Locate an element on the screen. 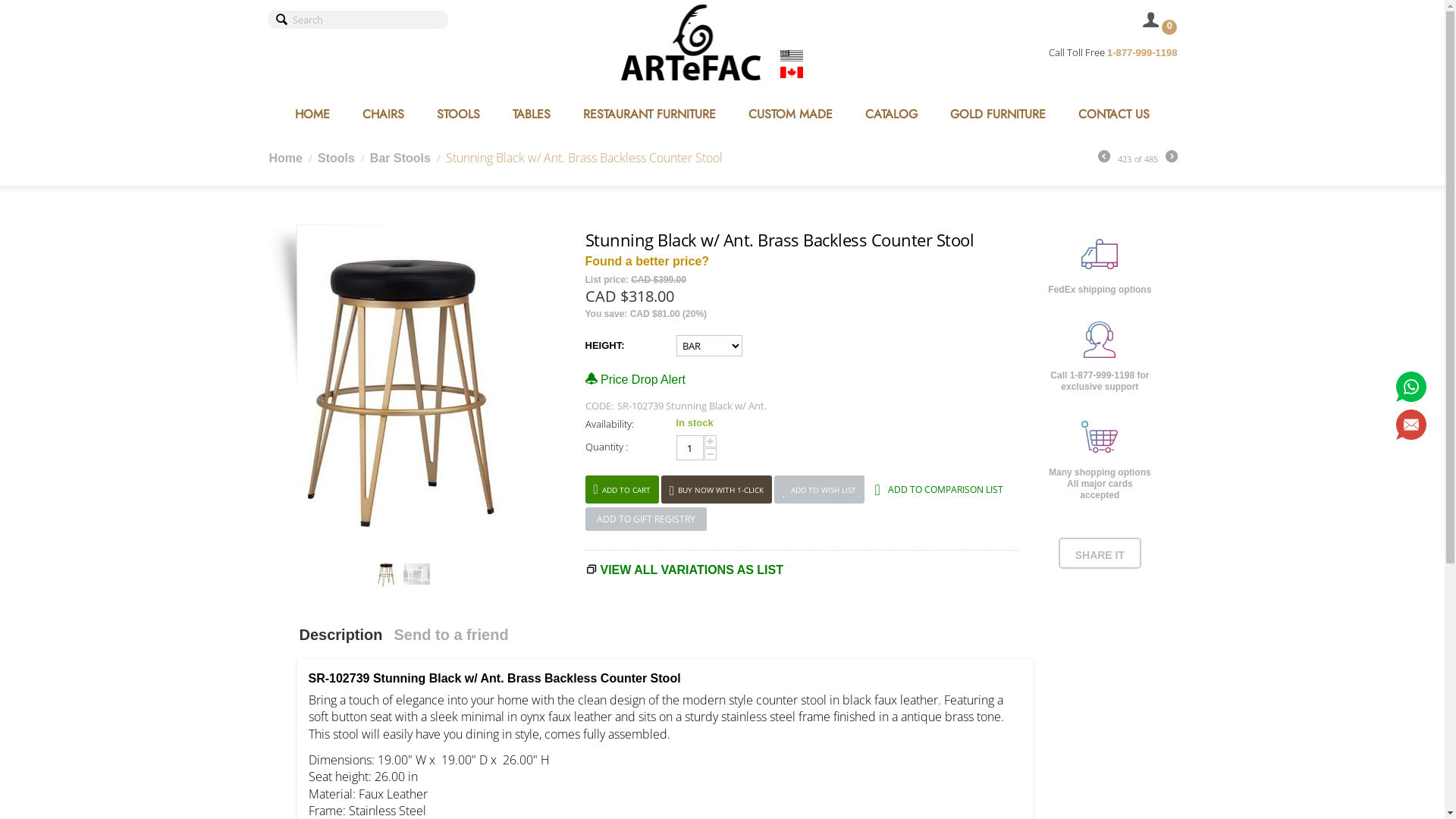  'Found a better price?' is located at coordinates (648, 260).